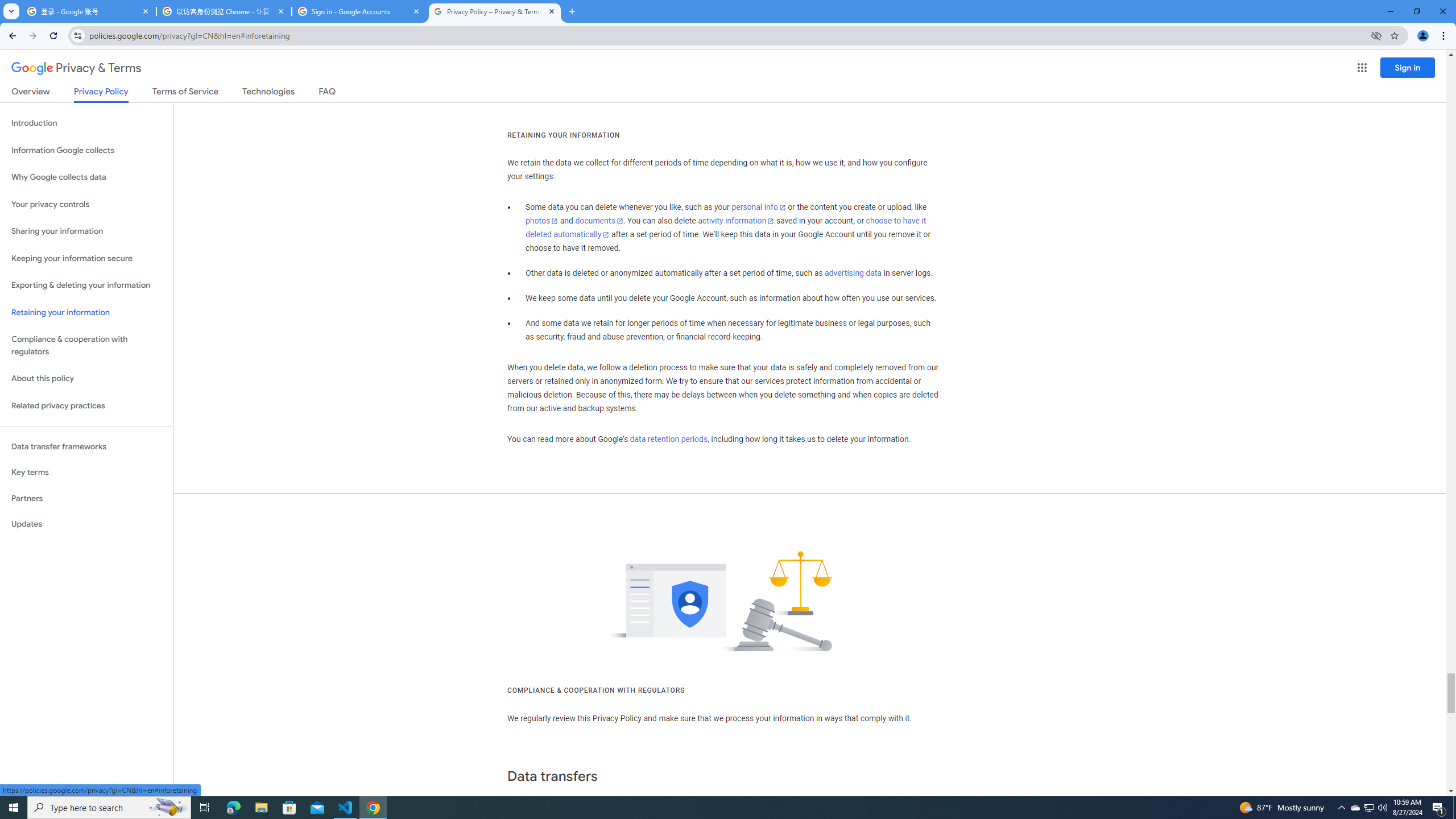 The image size is (1456, 819). What do you see at coordinates (725, 228) in the screenshot?
I see `'choose to have it deleted automatically'` at bounding box center [725, 228].